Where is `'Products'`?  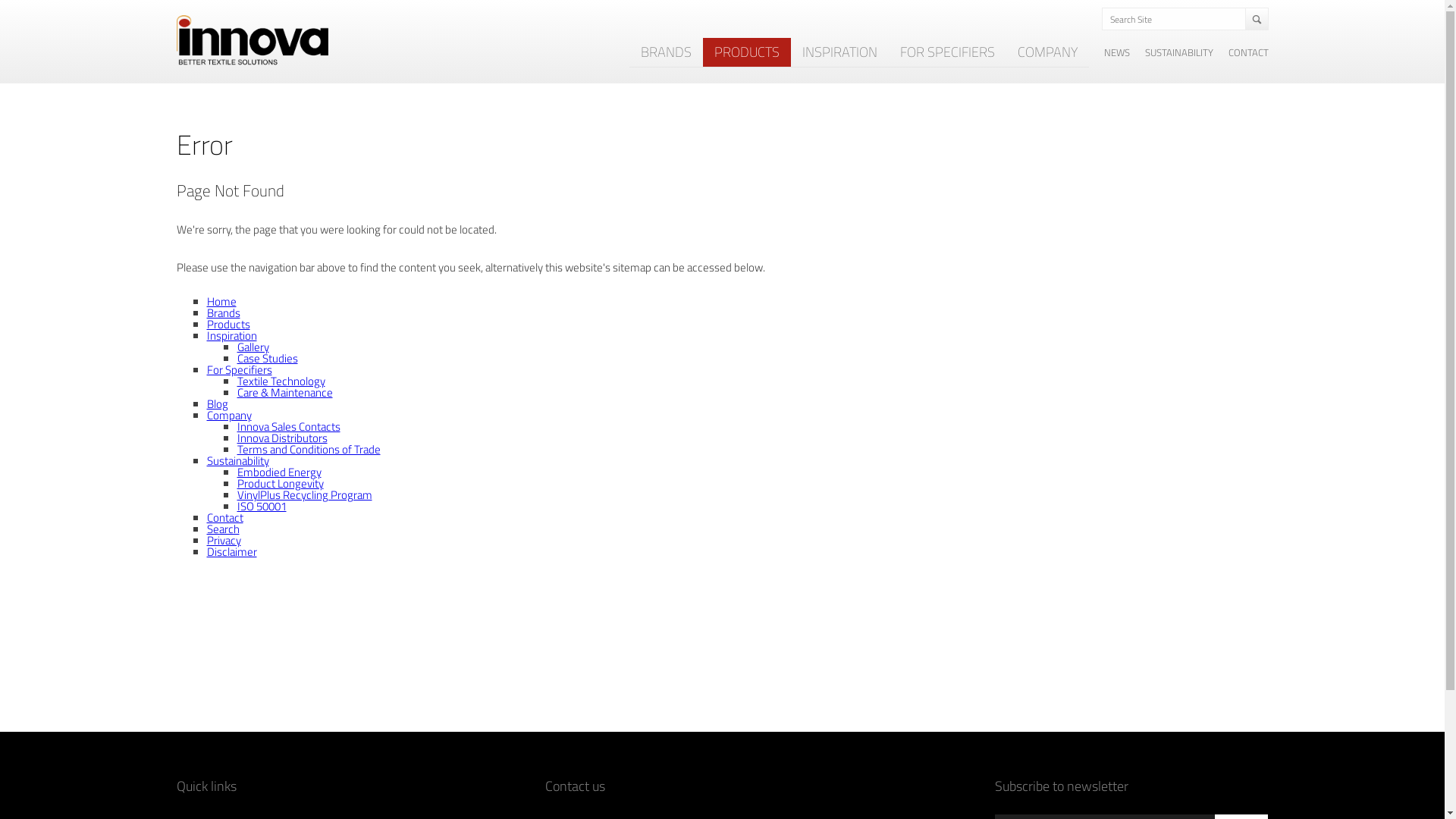
'Products' is located at coordinates (227, 323).